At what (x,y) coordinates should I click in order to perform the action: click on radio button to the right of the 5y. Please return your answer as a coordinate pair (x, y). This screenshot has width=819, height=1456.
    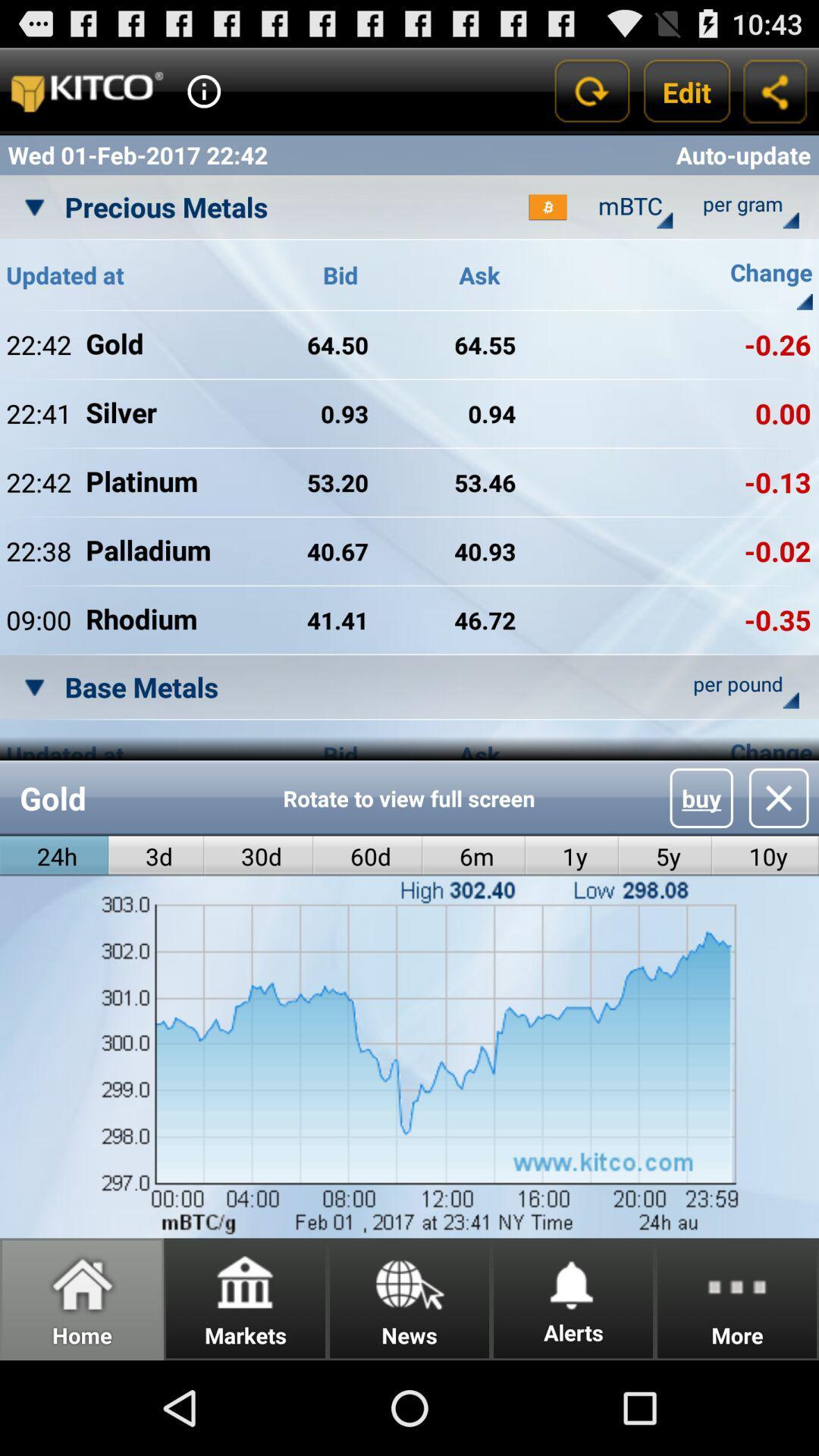
    Looking at the image, I should click on (765, 856).